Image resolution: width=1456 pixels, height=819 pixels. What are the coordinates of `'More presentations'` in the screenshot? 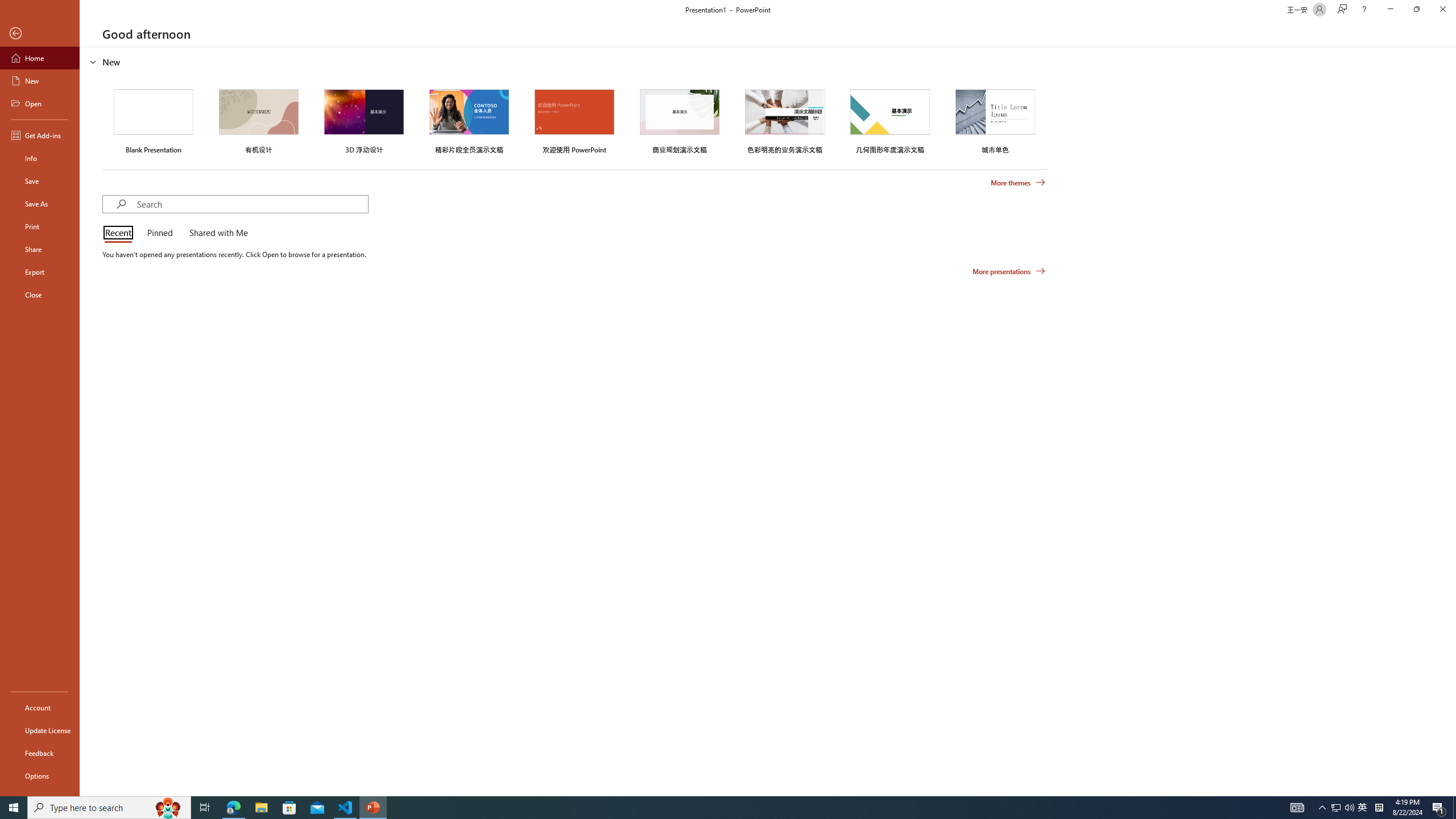 It's located at (1008, 270).